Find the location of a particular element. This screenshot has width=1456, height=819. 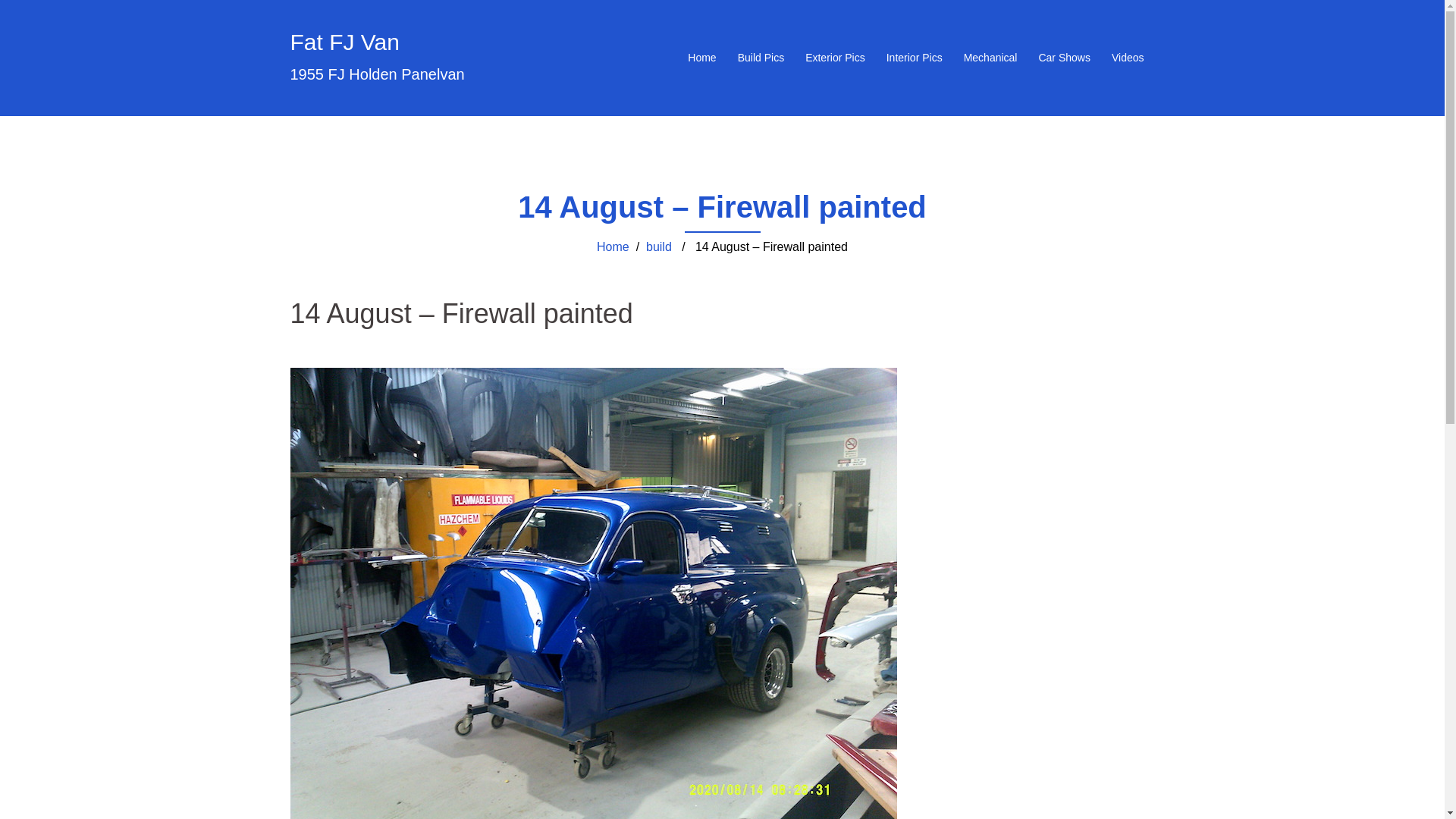

'Home' is located at coordinates (613, 246).